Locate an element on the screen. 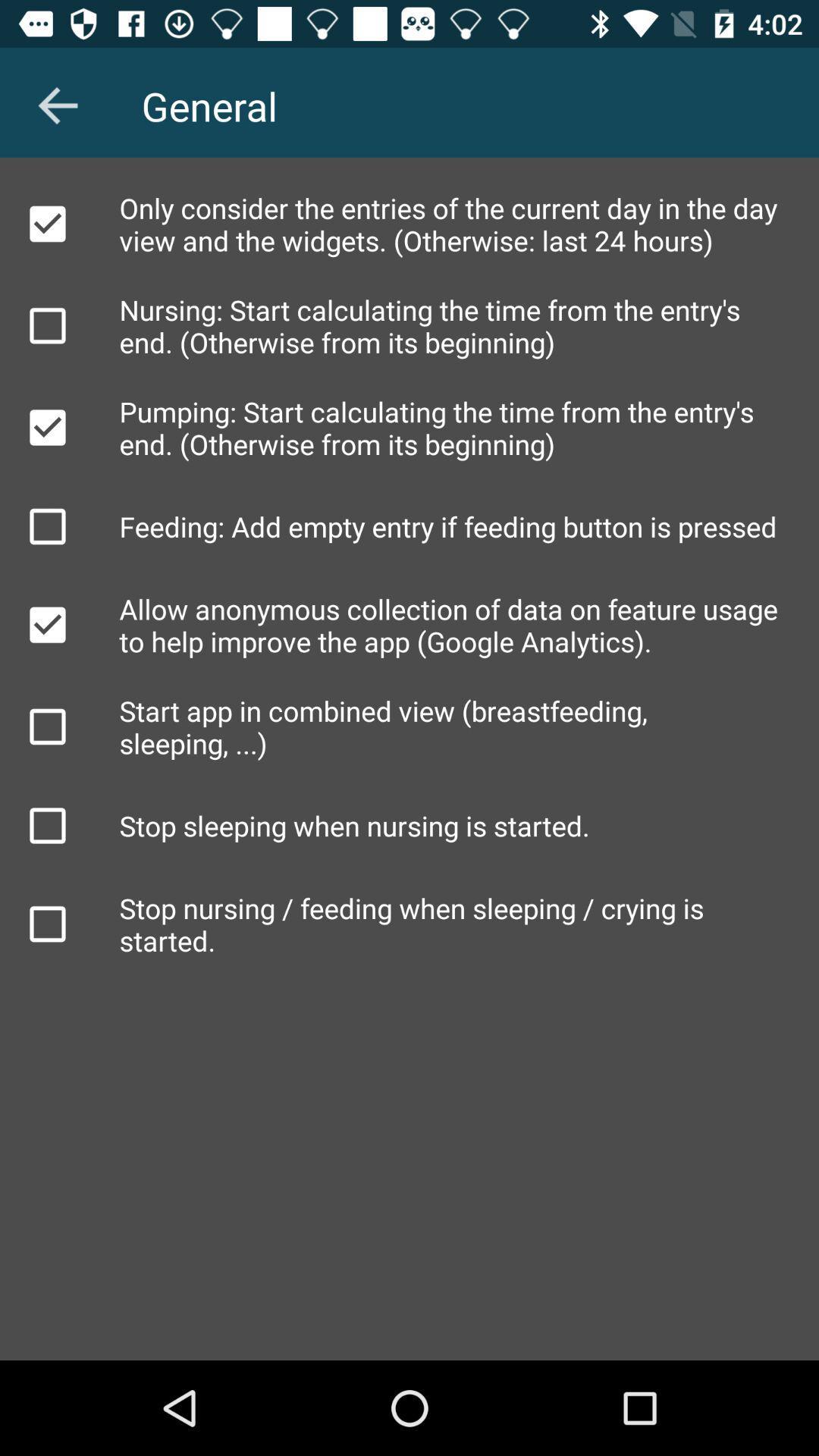  the icon above only consider the item is located at coordinates (57, 105).